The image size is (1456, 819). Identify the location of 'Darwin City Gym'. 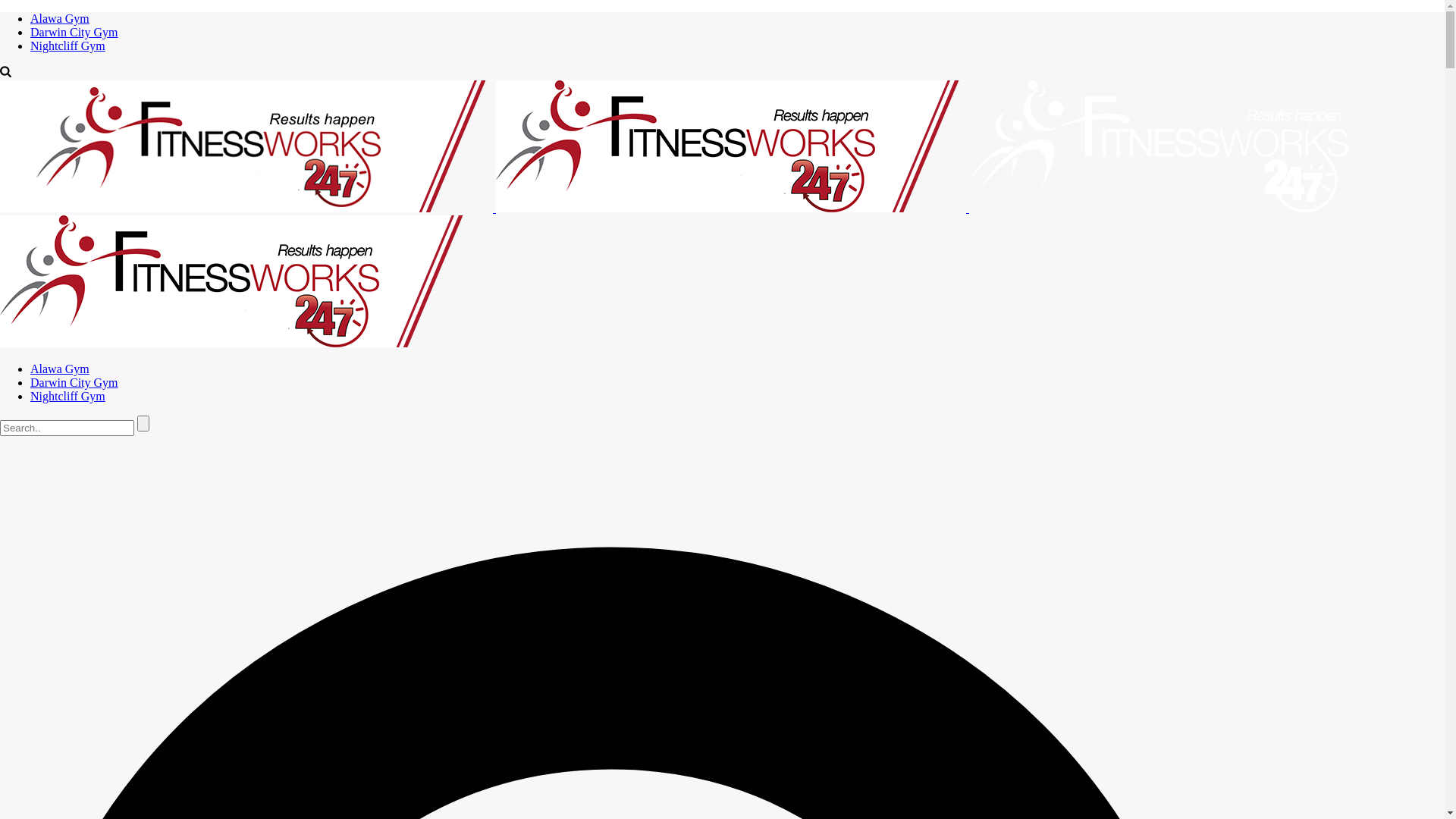
(73, 32).